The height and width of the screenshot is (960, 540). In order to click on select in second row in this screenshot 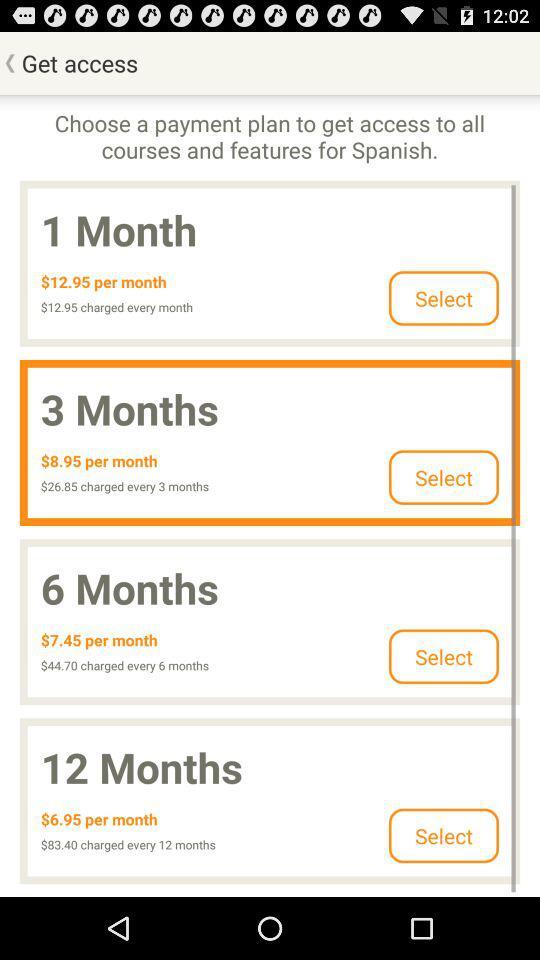, I will do `click(443, 477)`.